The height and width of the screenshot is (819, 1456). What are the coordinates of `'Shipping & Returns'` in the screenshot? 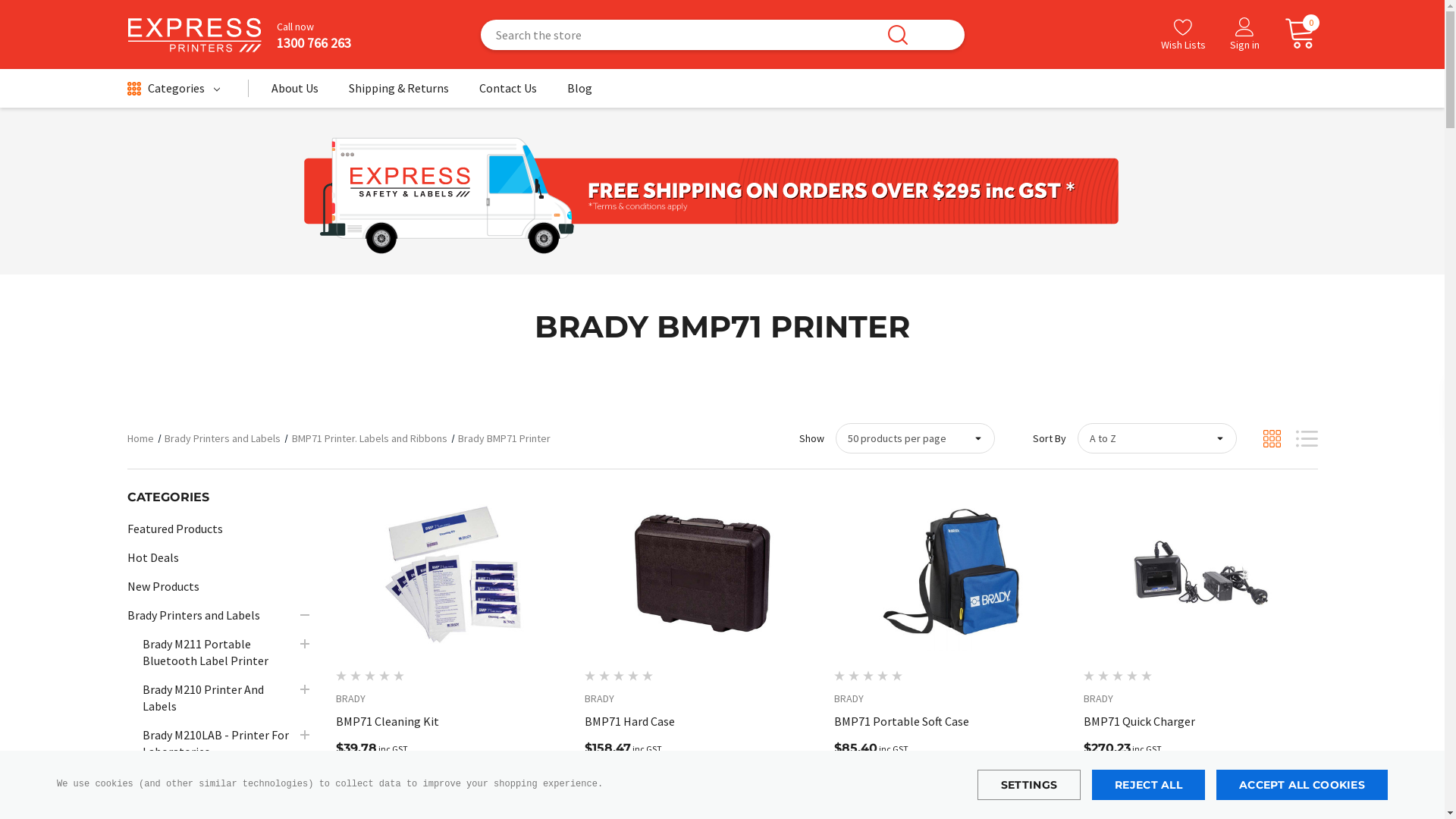 It's located at (399, 92).